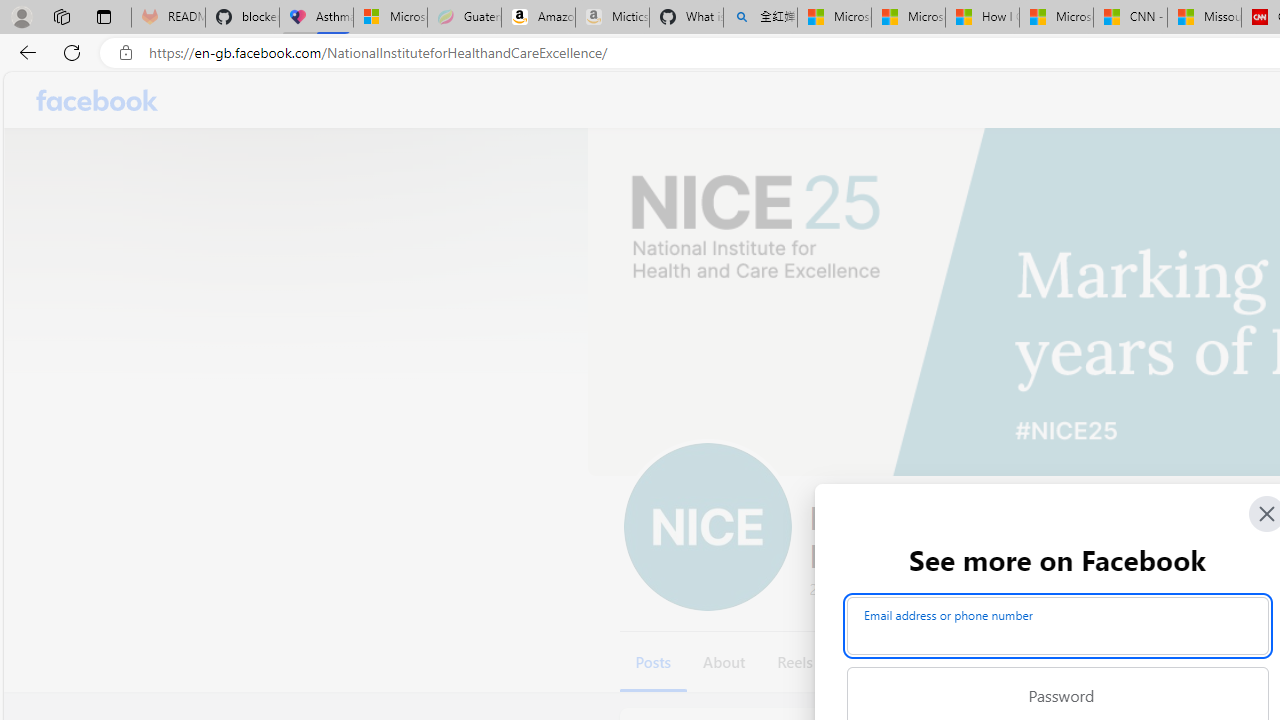 The width and height of the screenshot is (1280, 720). I want to click on 'Asthma Inhalers: Names and Types', so click(315, 17).